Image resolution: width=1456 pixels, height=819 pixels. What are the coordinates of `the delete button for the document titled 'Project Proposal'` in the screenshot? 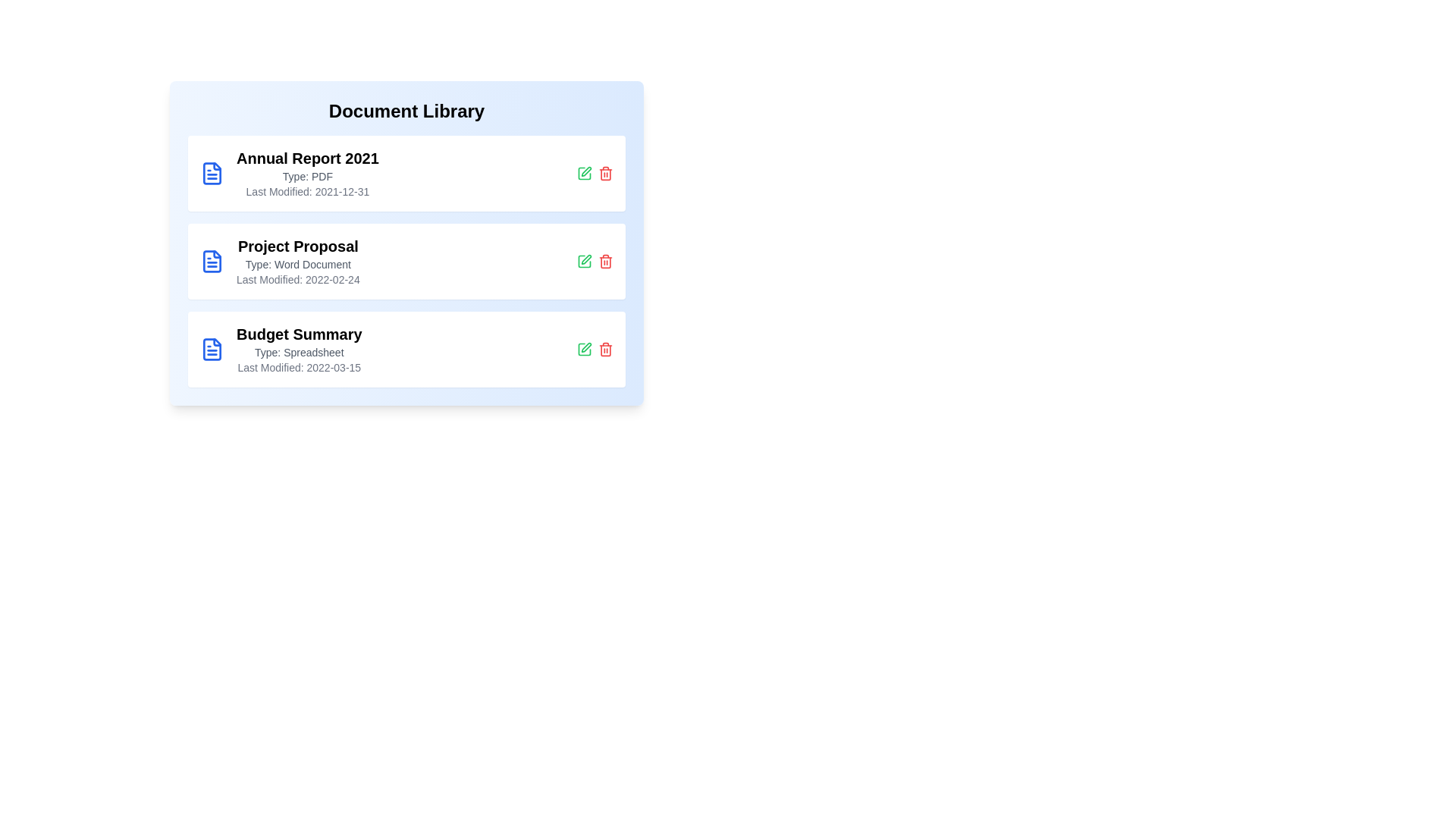 It's located at (604, 260).